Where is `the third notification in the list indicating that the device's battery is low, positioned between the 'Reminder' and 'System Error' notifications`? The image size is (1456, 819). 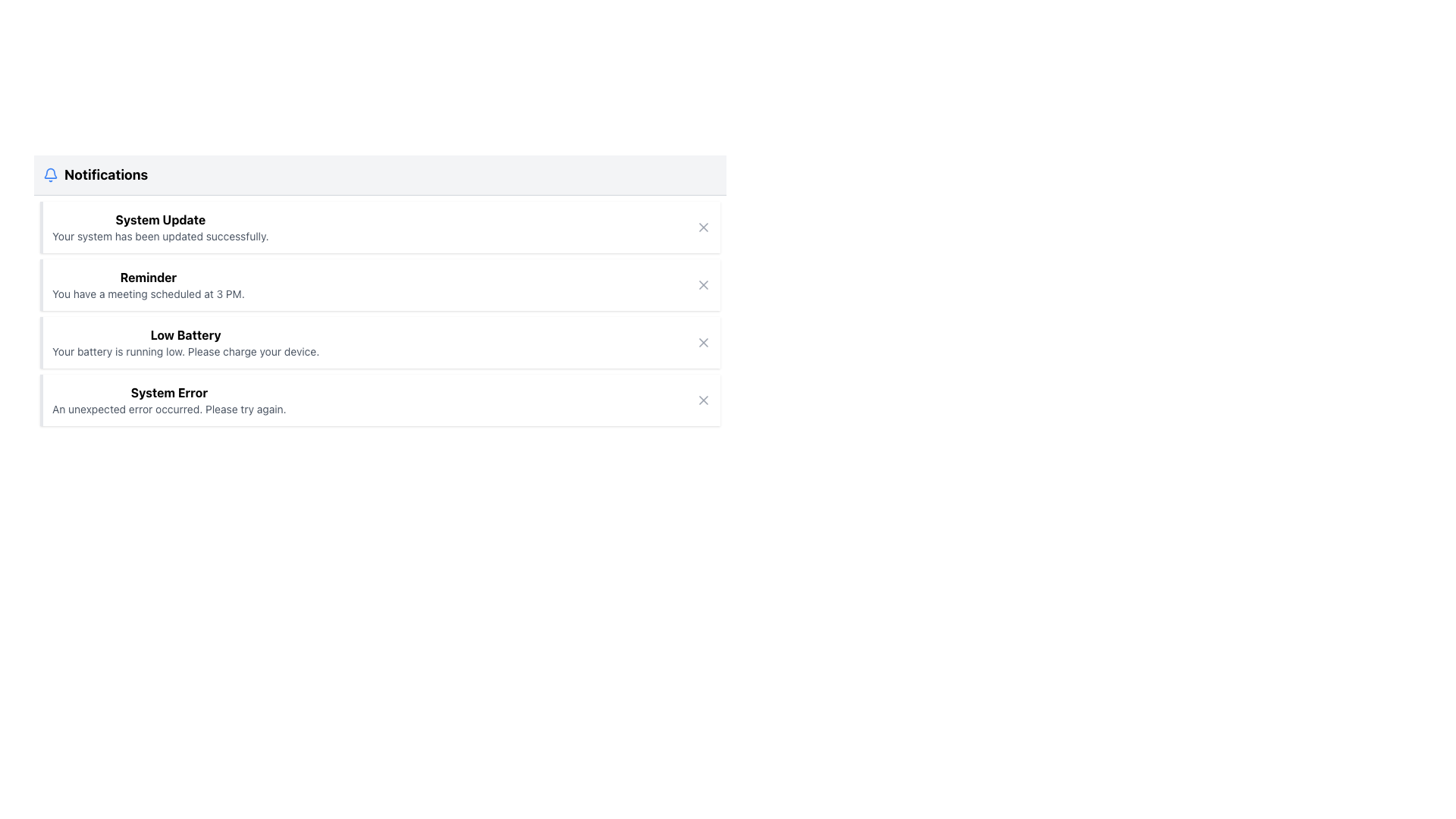
the third notification in the list indicating that the device's battery is low, positioned between the 'Reminder' and 'System Error' notifications is located at coordinates (185, 342).